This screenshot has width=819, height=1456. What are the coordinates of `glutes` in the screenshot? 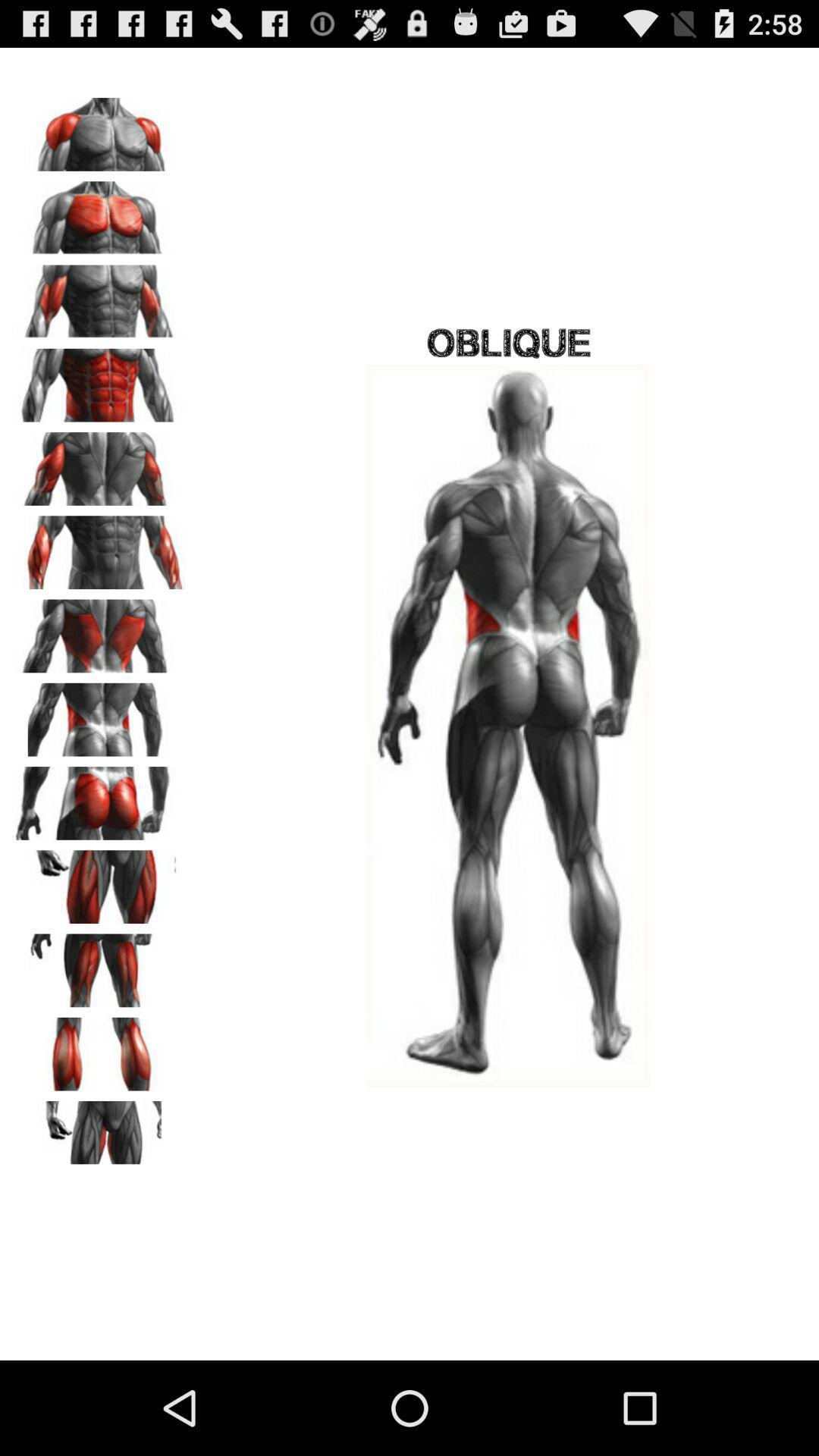 It's located at (99, 797).